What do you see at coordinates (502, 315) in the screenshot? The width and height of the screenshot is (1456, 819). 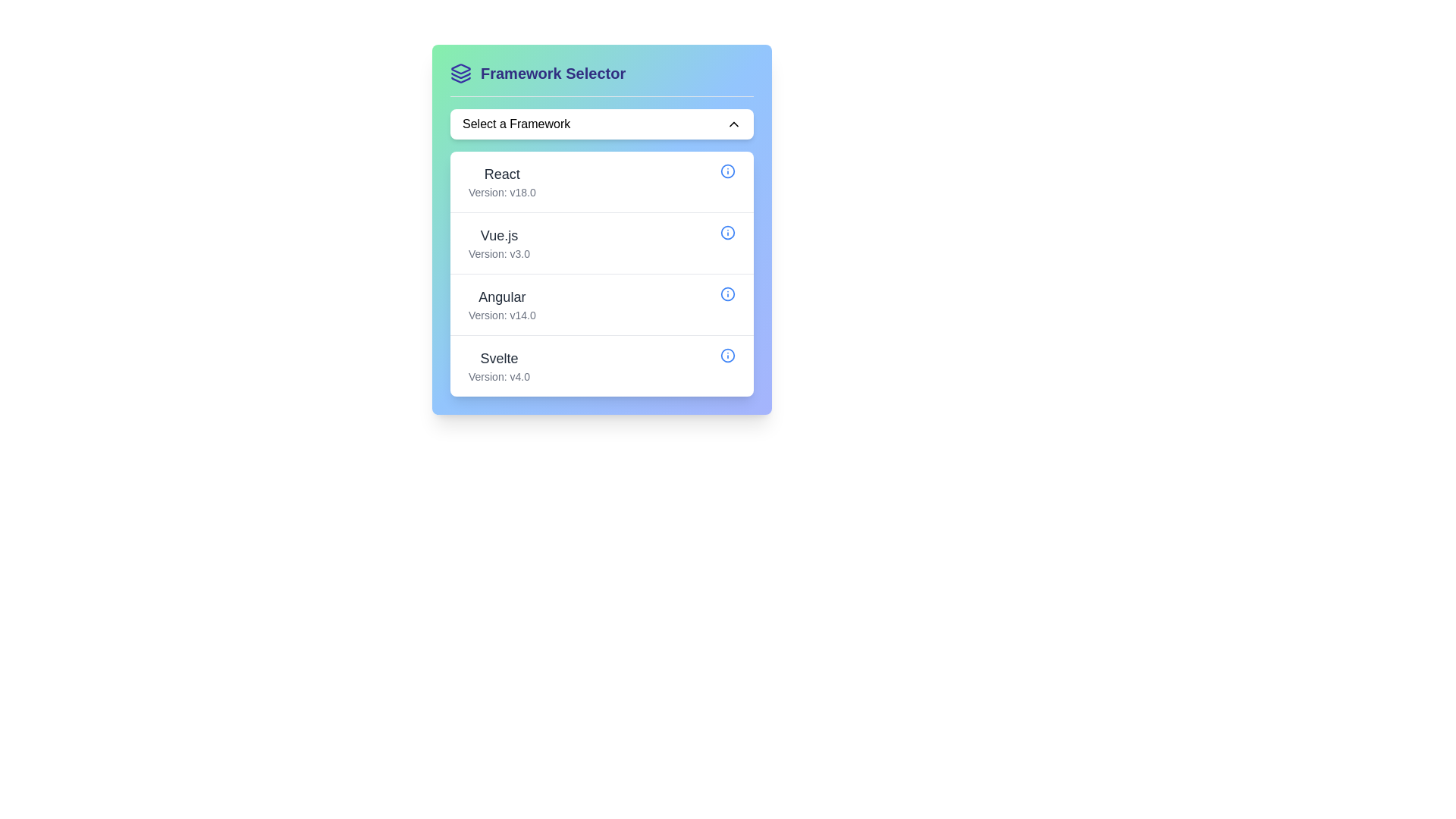 I see `text of the text label displaying 'Version: v14.0' located beneath the 'Angular' label in the card-style UI section` at bounding box center [502, 315].